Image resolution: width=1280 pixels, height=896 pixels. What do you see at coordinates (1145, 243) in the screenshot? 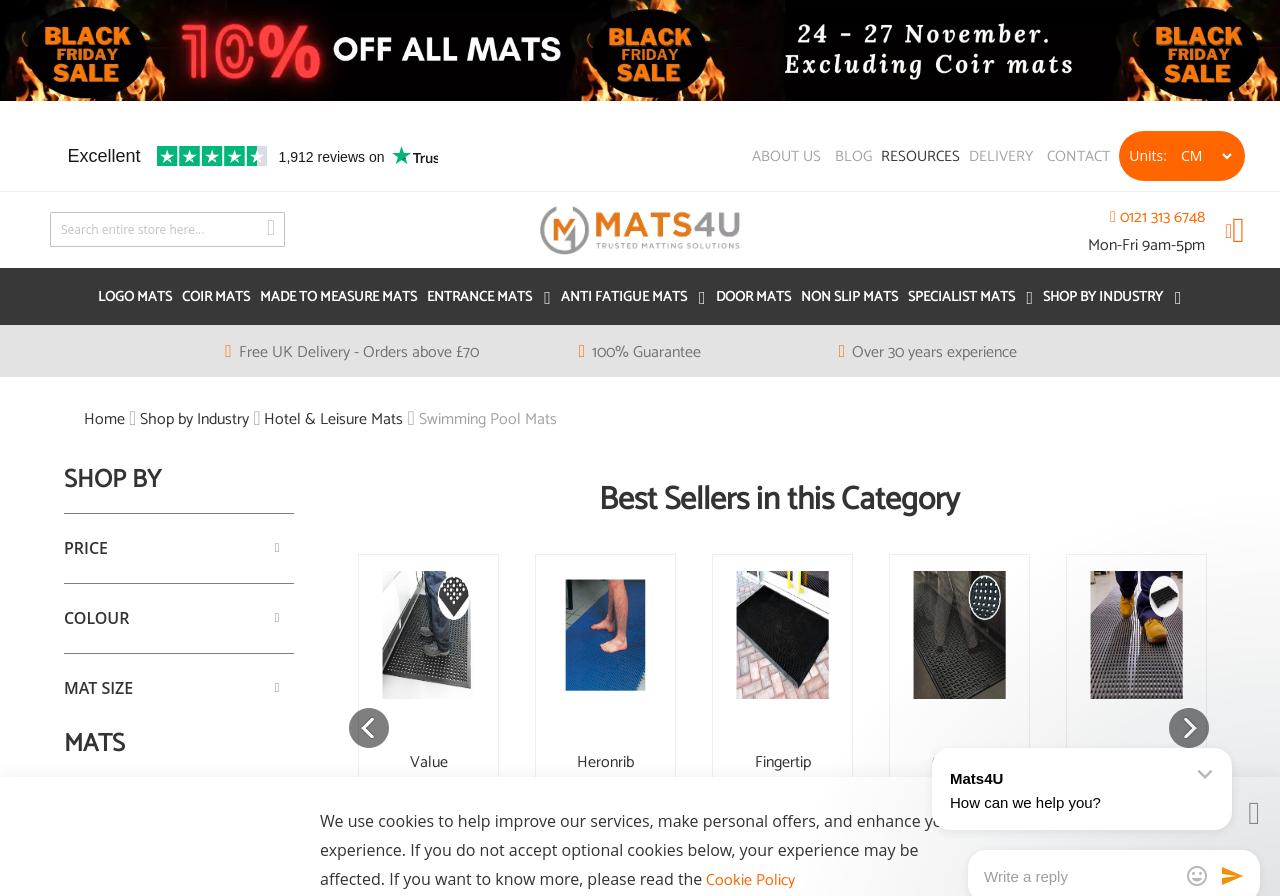
I see `'Mon-Fri 9am-5pm'` at bounding box center [1145, 243].